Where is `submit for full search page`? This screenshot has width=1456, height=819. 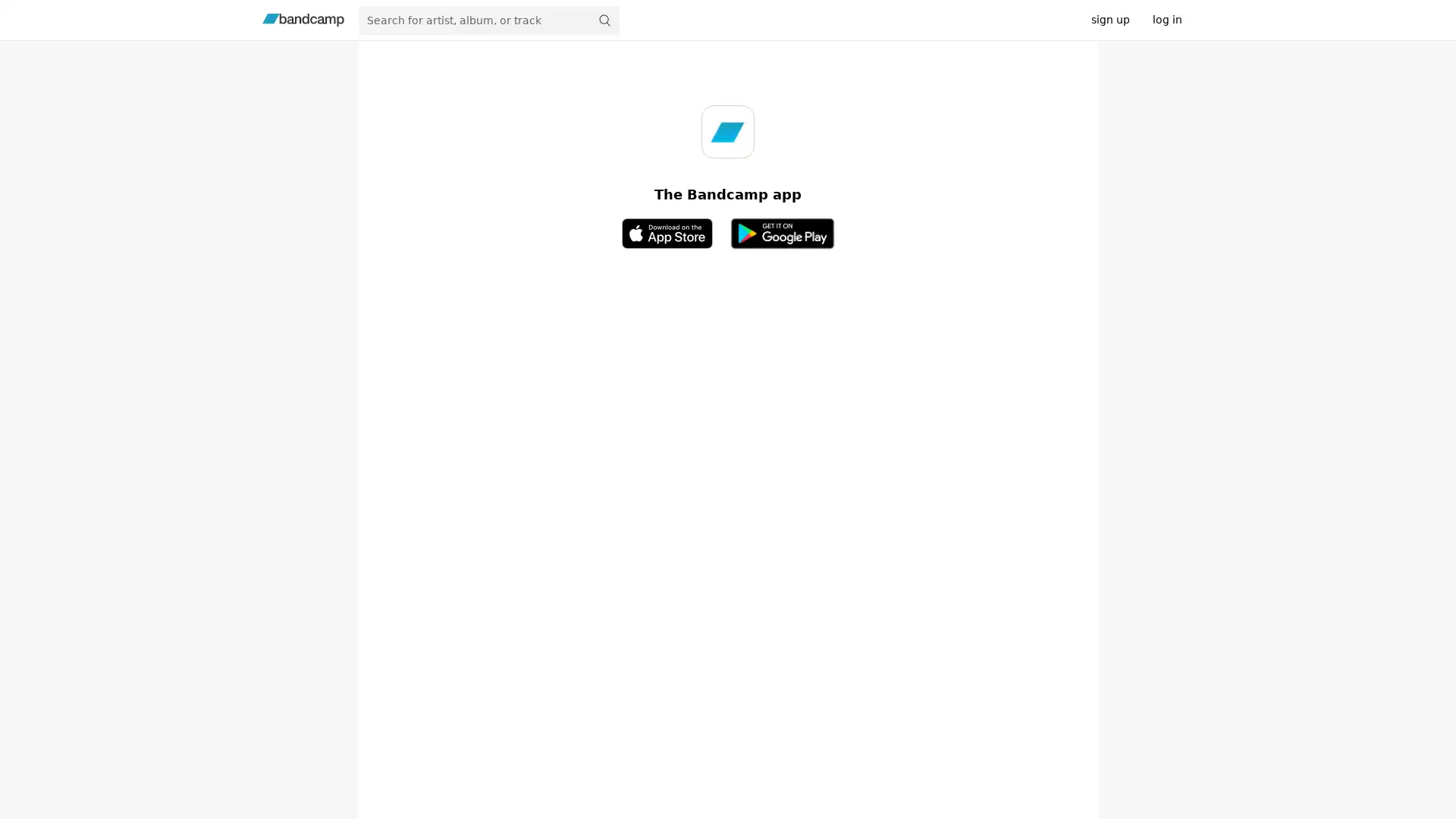
submit for full search page is located at coordinates (603, 20).